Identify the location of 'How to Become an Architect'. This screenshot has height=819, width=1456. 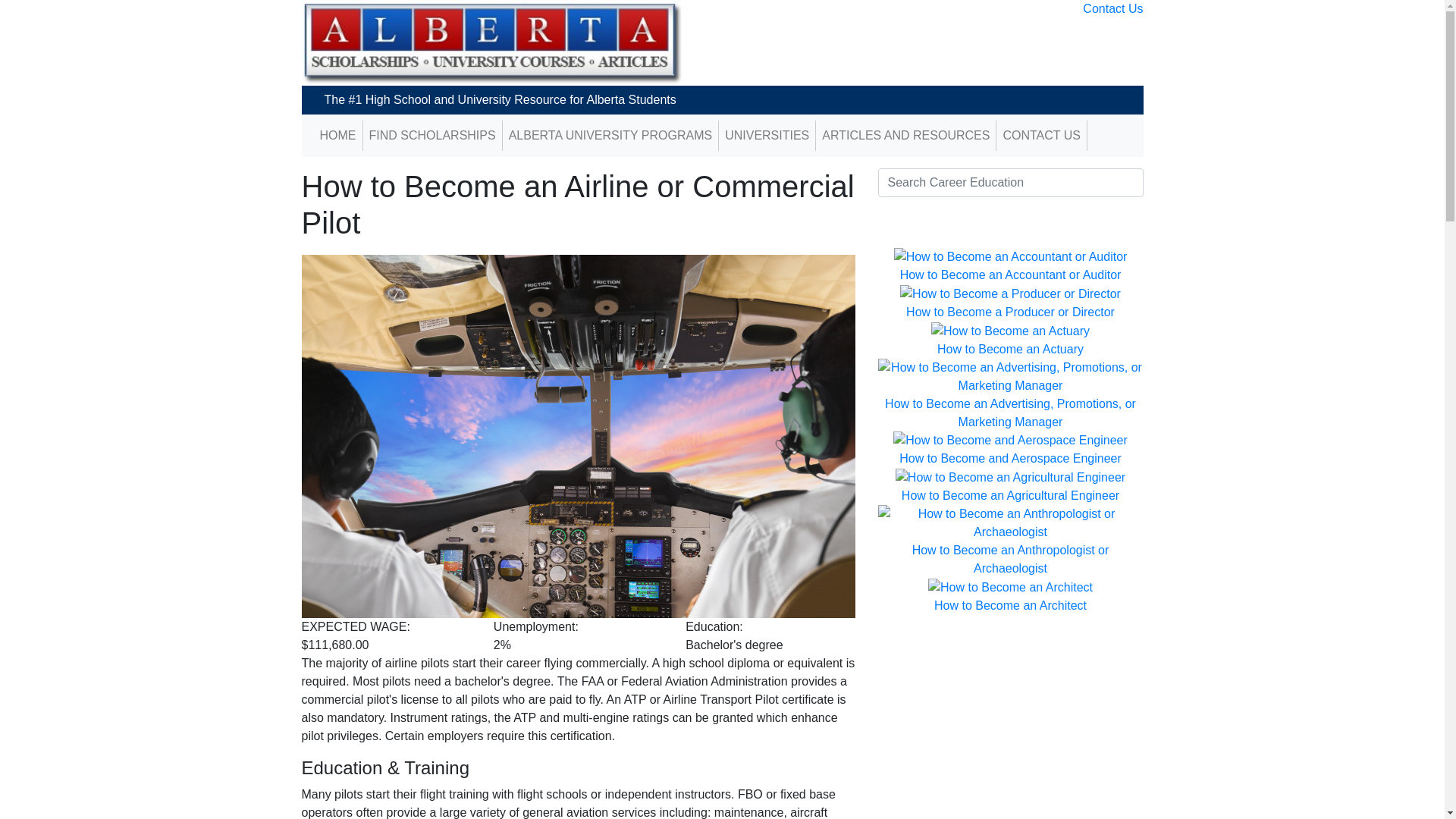
(934, 604).